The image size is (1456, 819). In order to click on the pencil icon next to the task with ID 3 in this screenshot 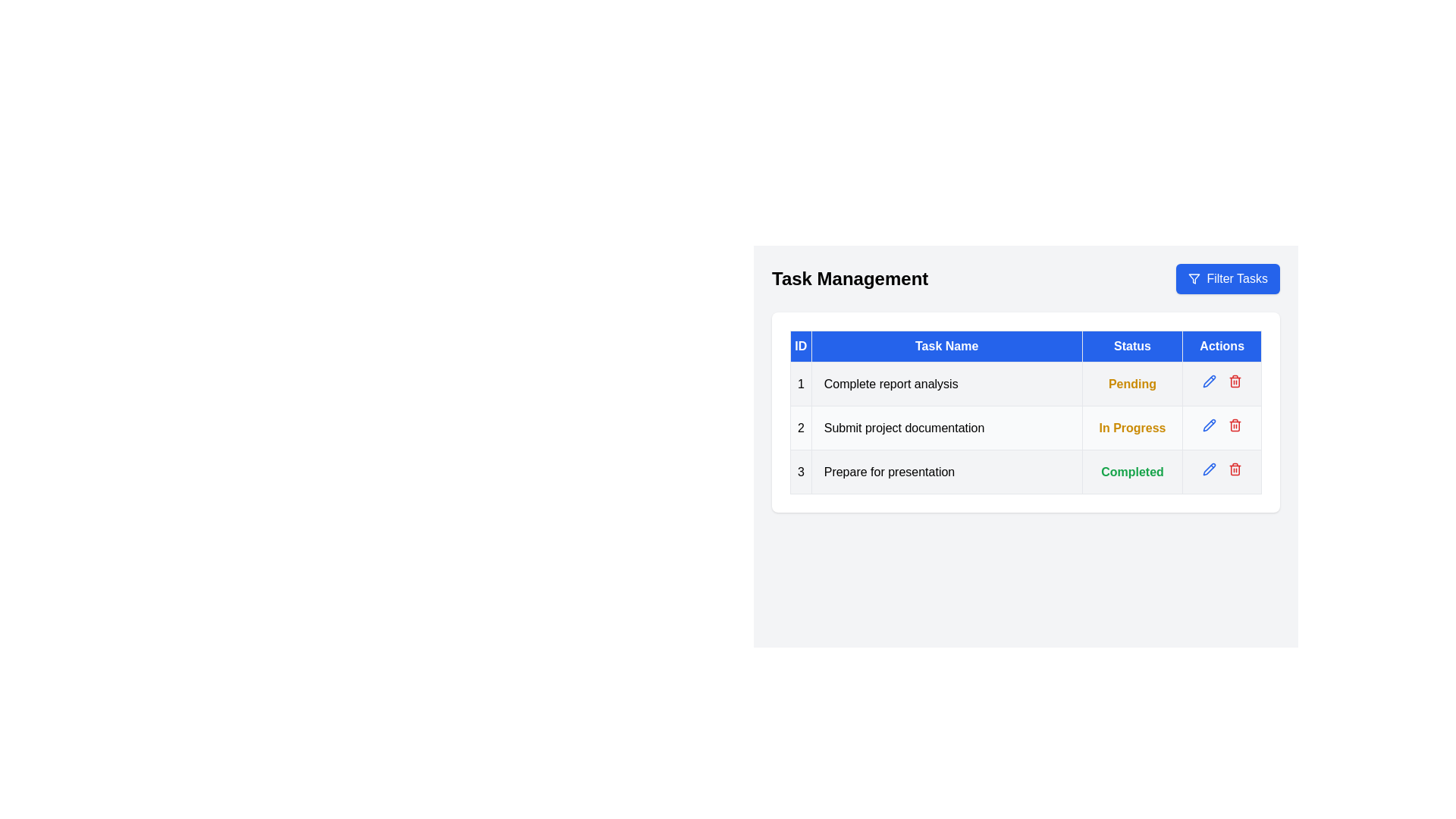, I will do `click(1208, 468)`.